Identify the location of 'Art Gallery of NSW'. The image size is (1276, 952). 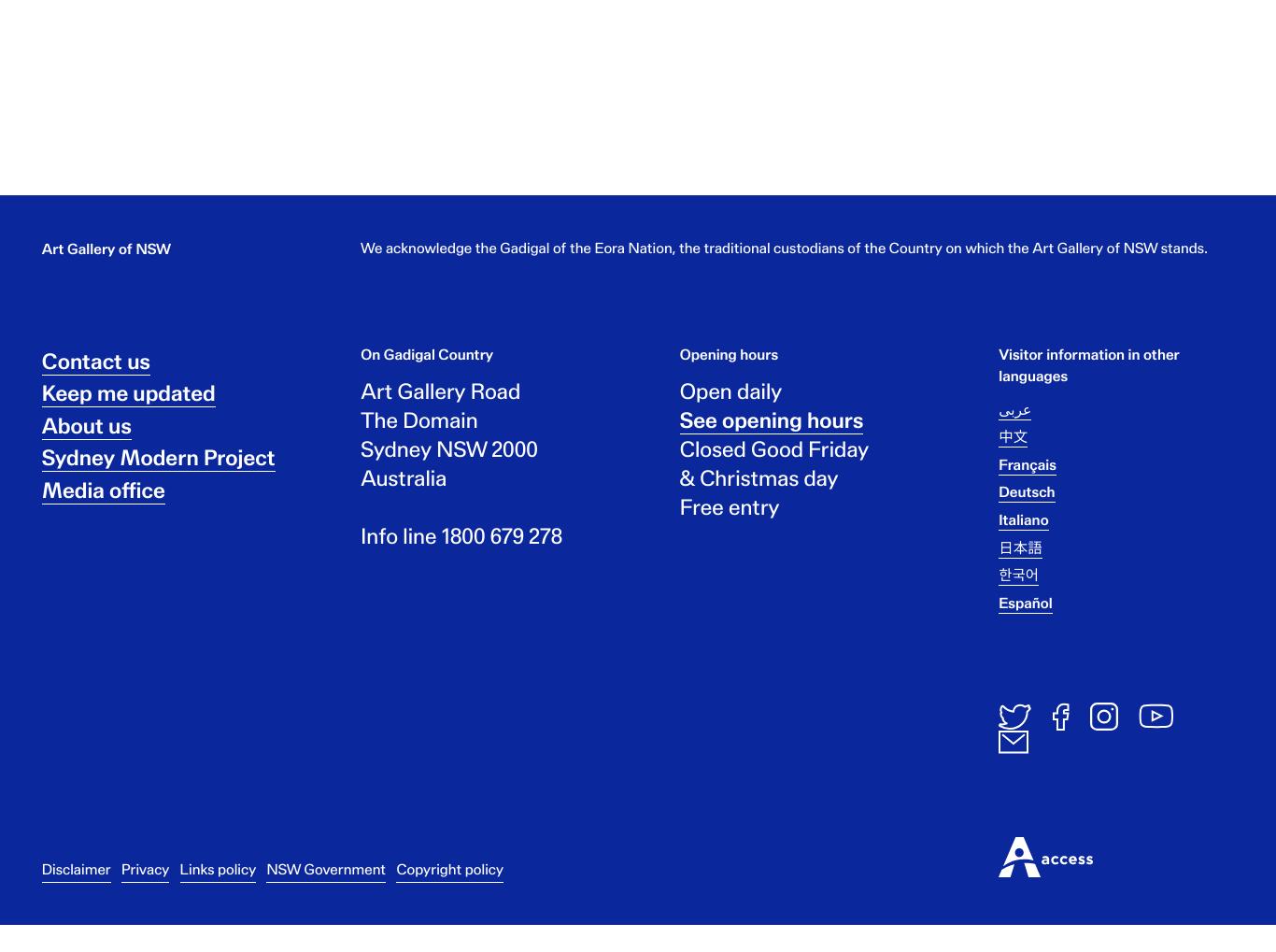
(105, 263).